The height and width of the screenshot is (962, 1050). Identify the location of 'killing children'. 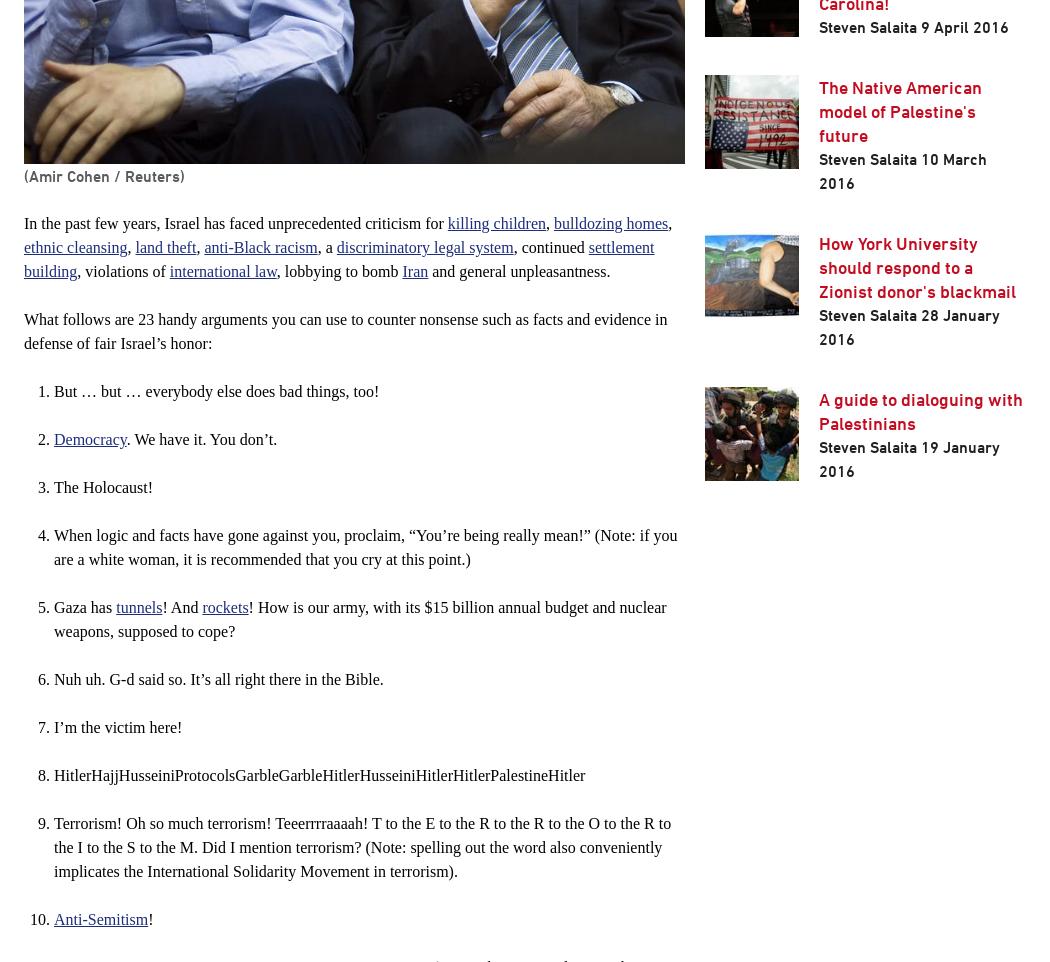
(495, 222).